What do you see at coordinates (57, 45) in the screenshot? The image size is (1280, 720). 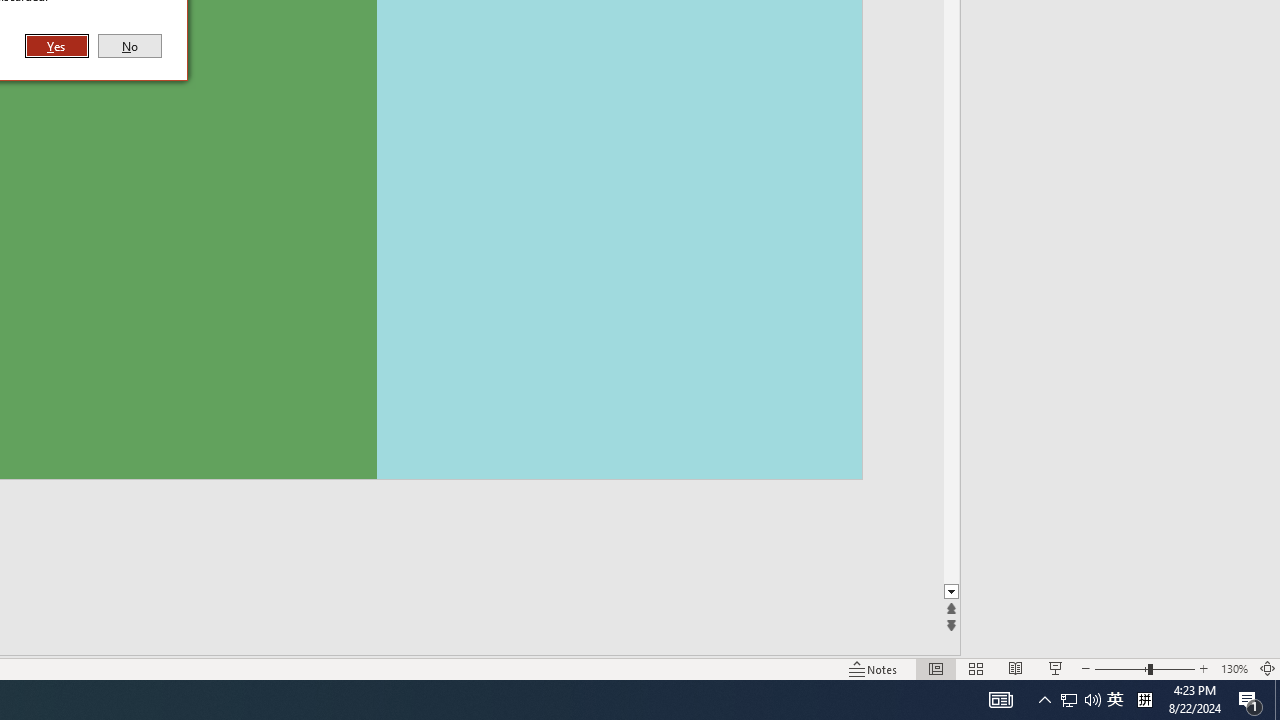 I see `'Yes'` at bounding box center [57, 45].